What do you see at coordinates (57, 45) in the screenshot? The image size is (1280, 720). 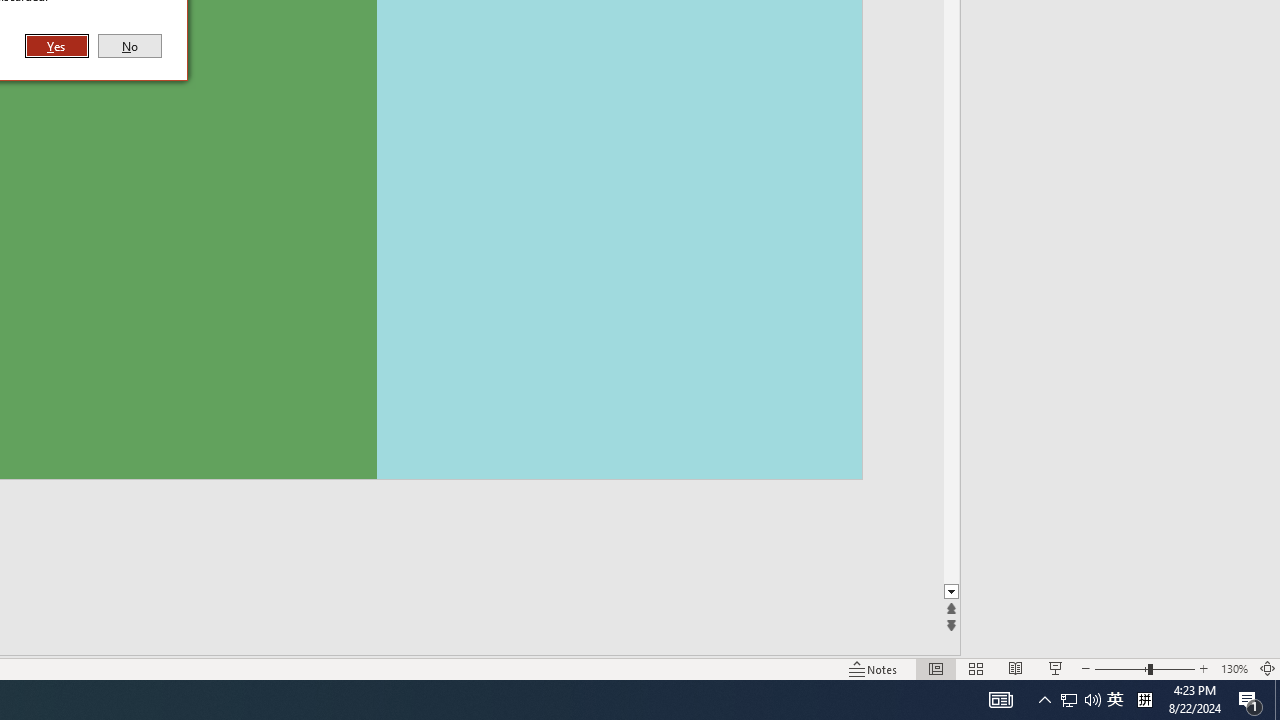 I see `'Yes'` at bounding box center [57, 45].